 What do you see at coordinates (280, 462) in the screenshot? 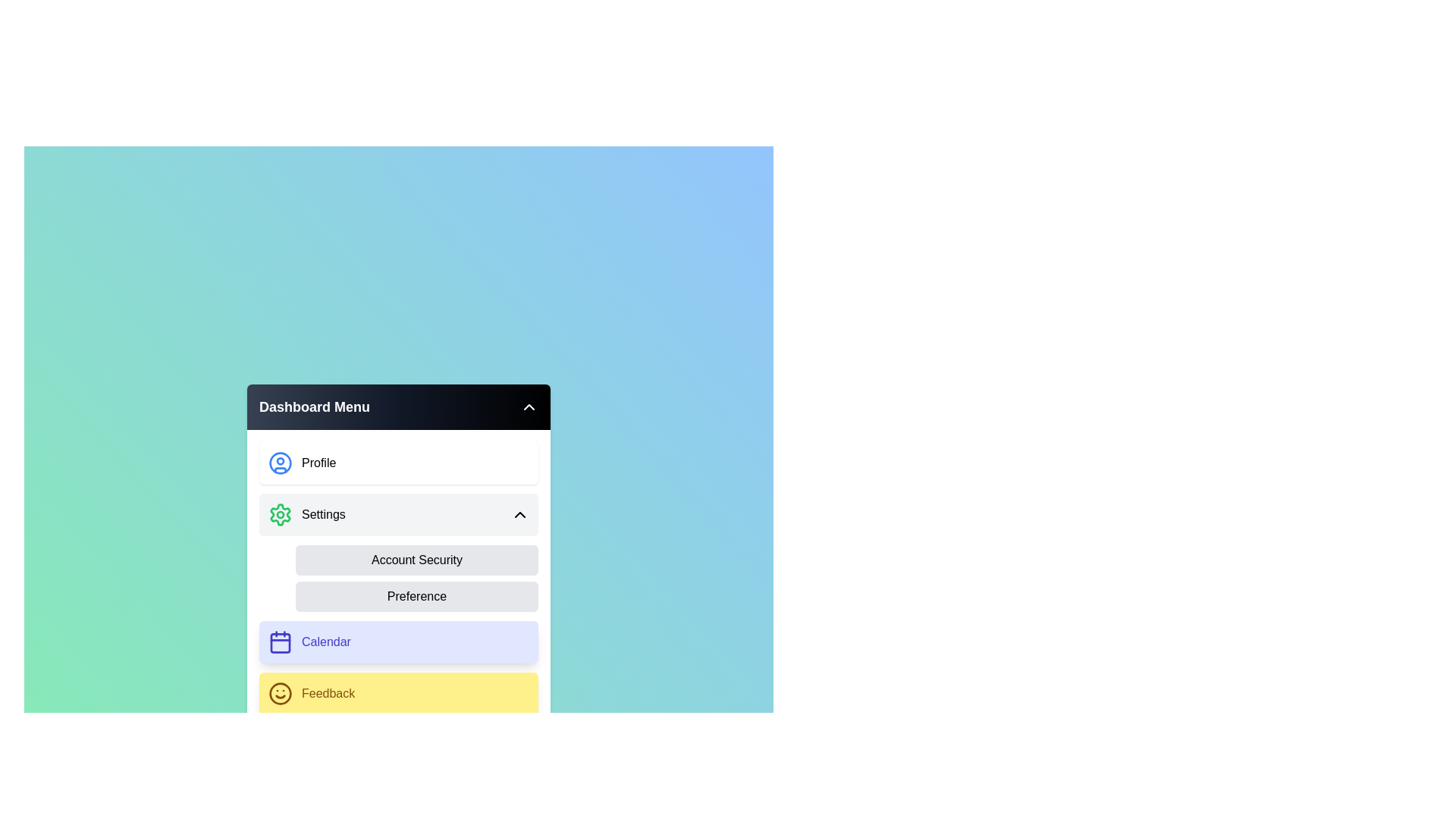
I see `the outermost circle of the 'Profile' icon in the menu, which serves as a visual cue for the 'Profile' section` at bounding box center [280, 462].